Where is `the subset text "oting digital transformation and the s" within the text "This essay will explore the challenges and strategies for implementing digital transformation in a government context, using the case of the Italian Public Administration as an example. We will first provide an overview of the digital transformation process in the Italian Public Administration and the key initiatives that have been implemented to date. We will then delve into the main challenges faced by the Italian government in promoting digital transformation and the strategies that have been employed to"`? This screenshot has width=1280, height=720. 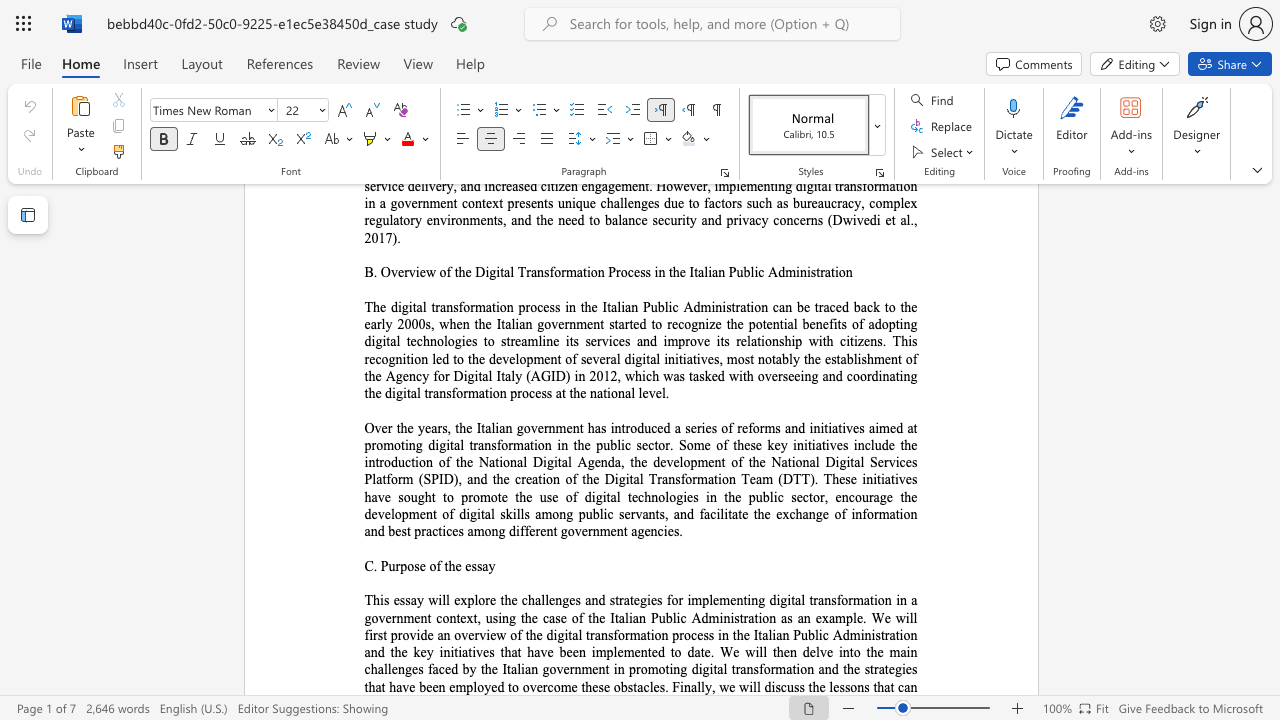 the subset text "oting digital transformation and the s" within the text "This essay will explore the challenges and strategies for implementing digital transformation in a government context, using the case of the Italian Public Administration as an example. We will first provide an overview of the digital transformation process in the Italian Public Administration and the key initiatives that have been implemented to date. We will then delve into the main challenges faced by the Italian government in promoting digital transformation and the strategies that have been employed to" is located at coordinates (658, 669).